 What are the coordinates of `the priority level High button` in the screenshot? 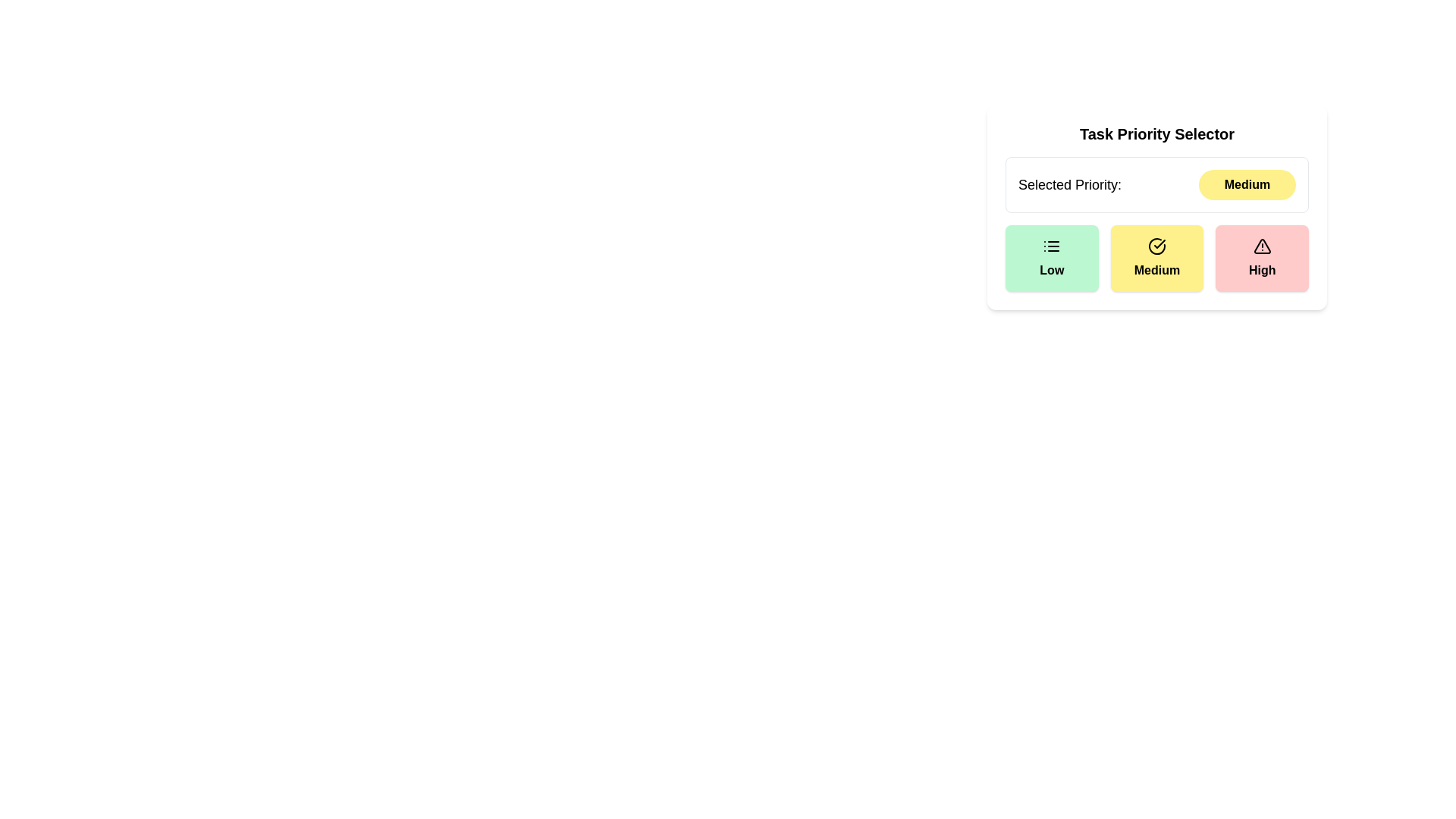 It's located at (1263, 257).